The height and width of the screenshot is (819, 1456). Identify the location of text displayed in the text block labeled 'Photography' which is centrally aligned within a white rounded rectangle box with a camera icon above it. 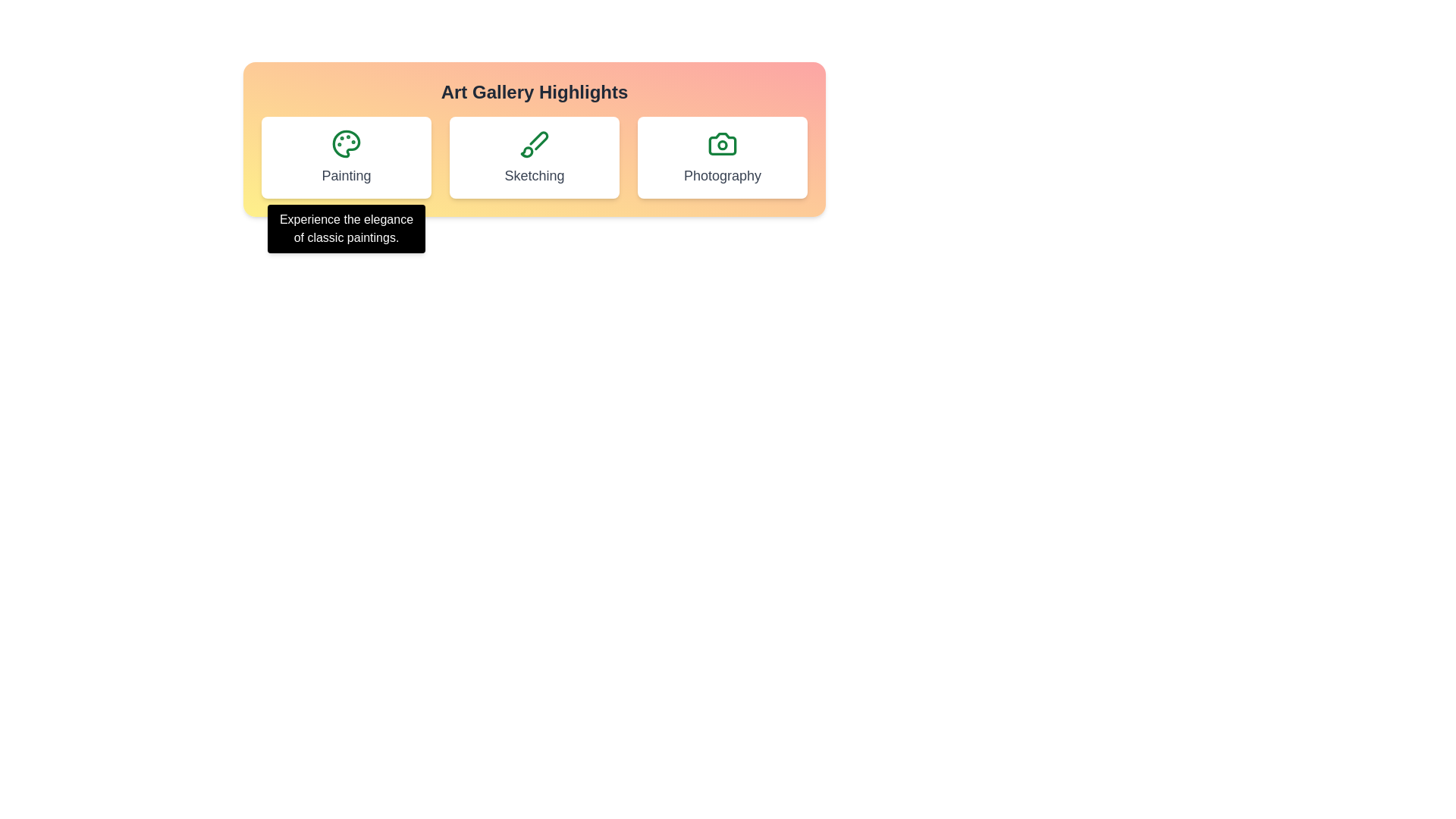
(721, 174).